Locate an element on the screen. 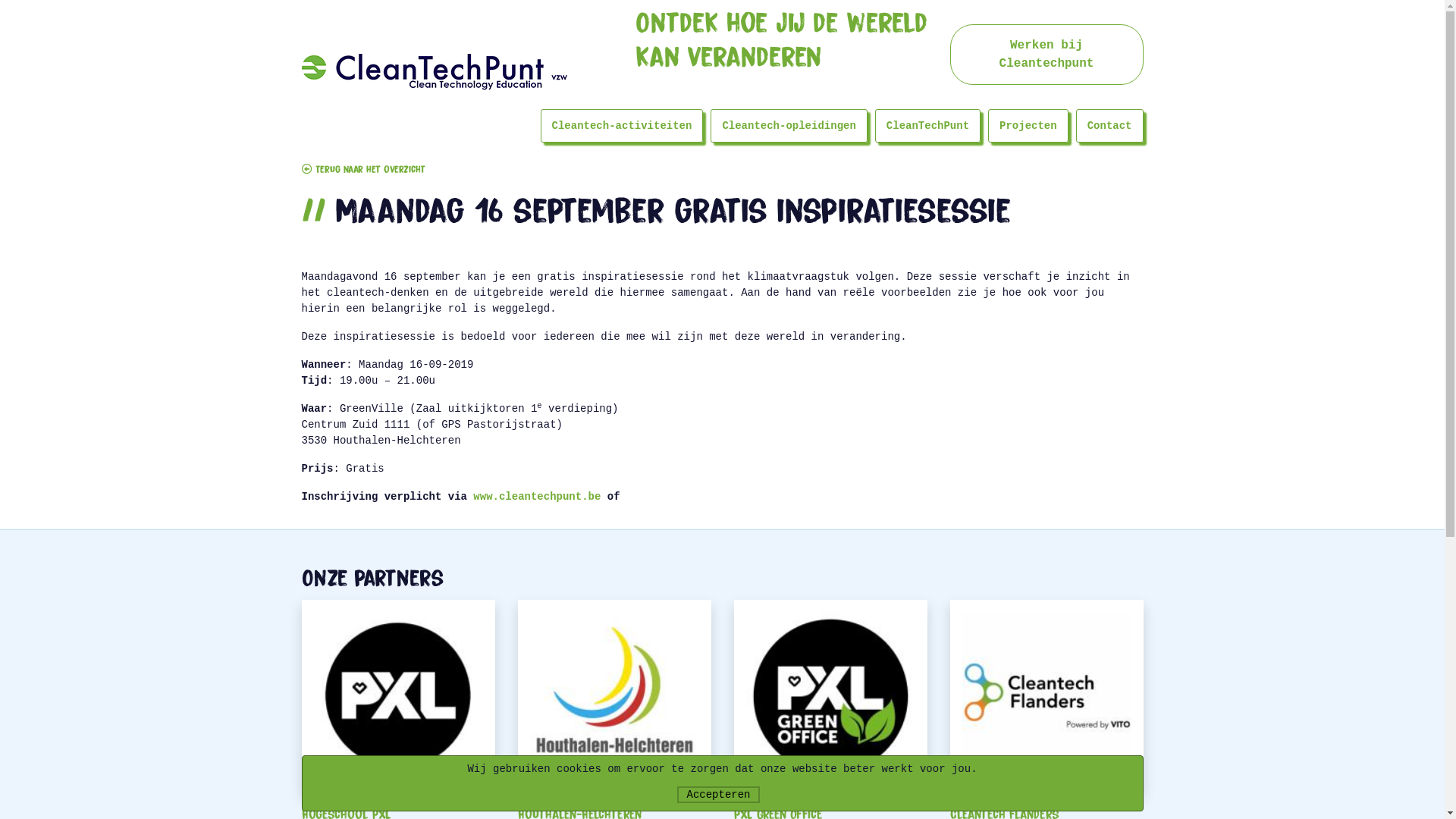 The width and height of the screenshot is (1456, 819). 'Projecten' is located at coordinates (1028, 124).